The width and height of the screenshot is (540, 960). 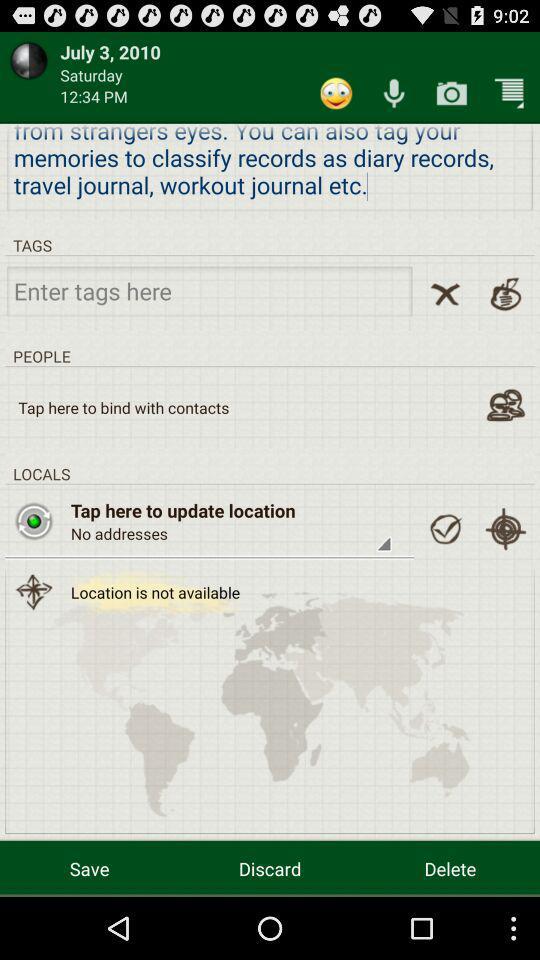 What do you see at coordinates (394, 99) in the screenshot?
I see `the microphone icon` at bounding box center [394, 99].